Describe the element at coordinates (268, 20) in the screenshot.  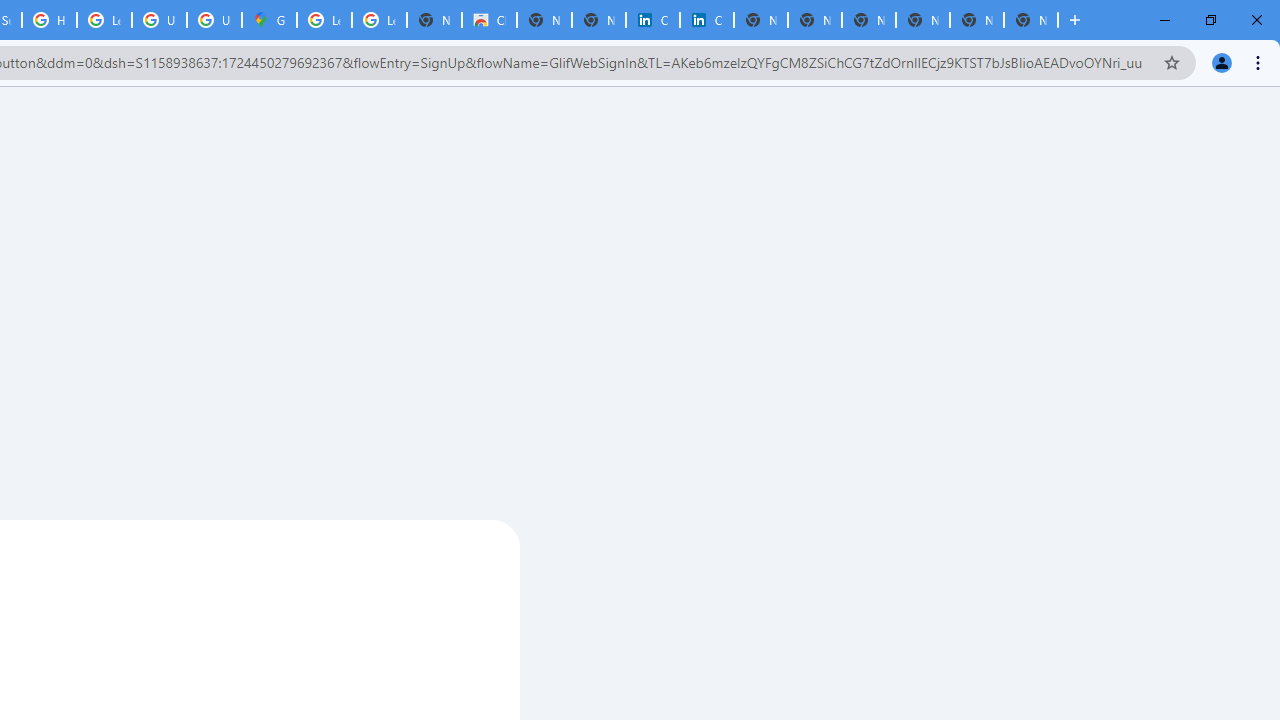
I see `'Google Maps'` at that location.